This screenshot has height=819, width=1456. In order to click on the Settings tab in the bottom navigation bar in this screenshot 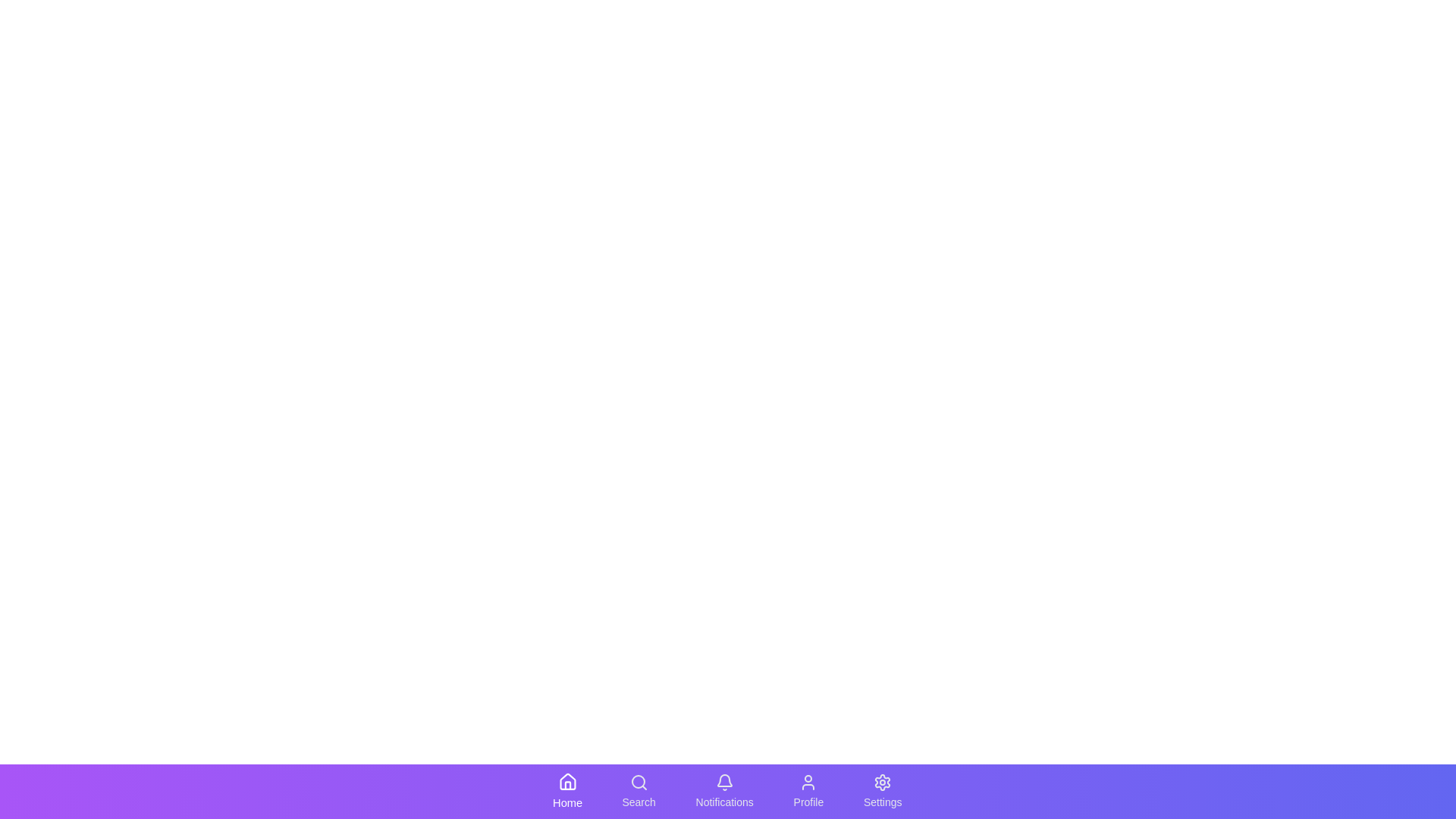, I will do `click(882, 791)`.